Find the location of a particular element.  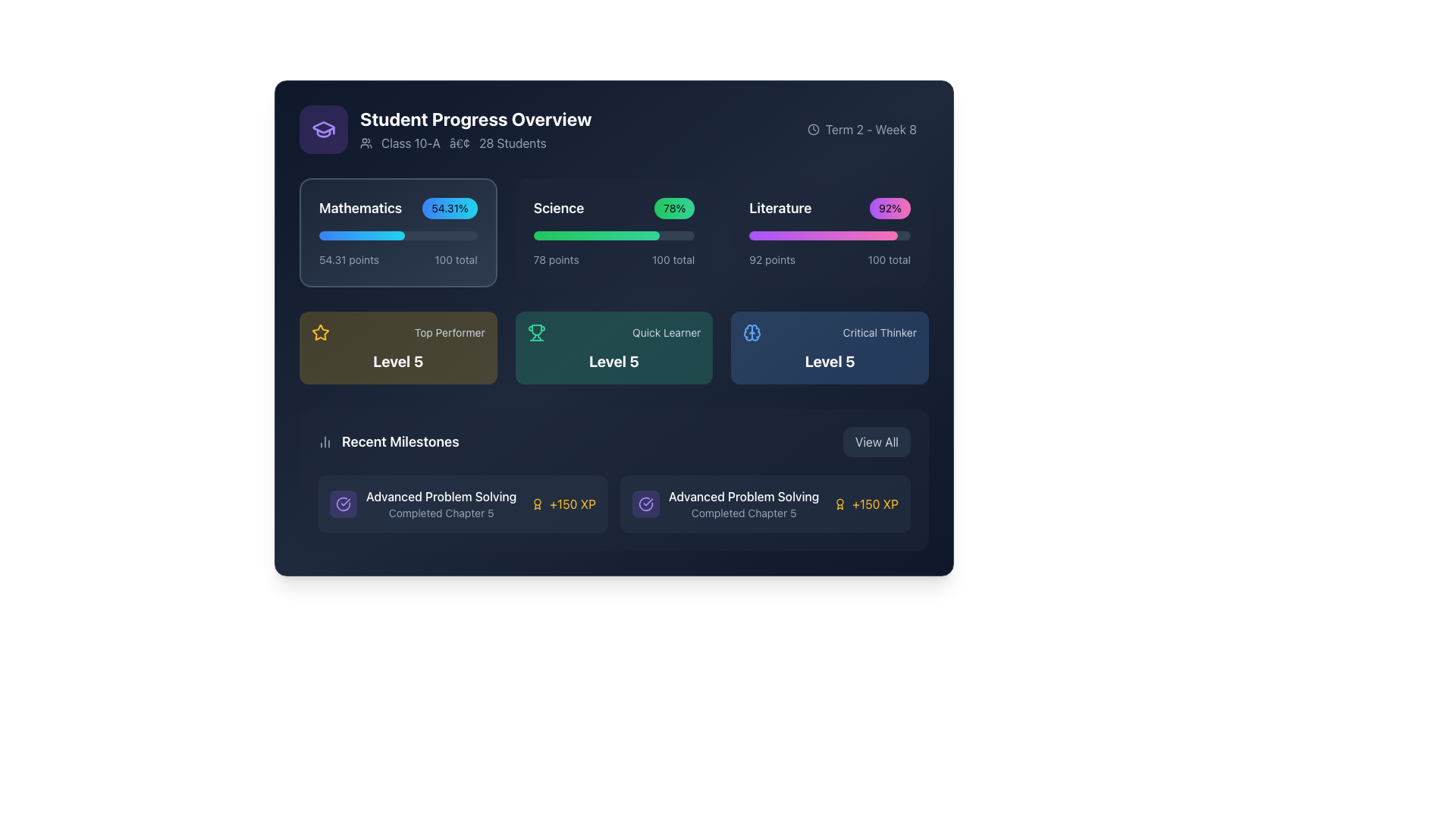

the SVG Icon representing education or student progress, located in the upper-left corner adjacent to the title 'Student Progress Overview' is located at coordinates (323, 128).